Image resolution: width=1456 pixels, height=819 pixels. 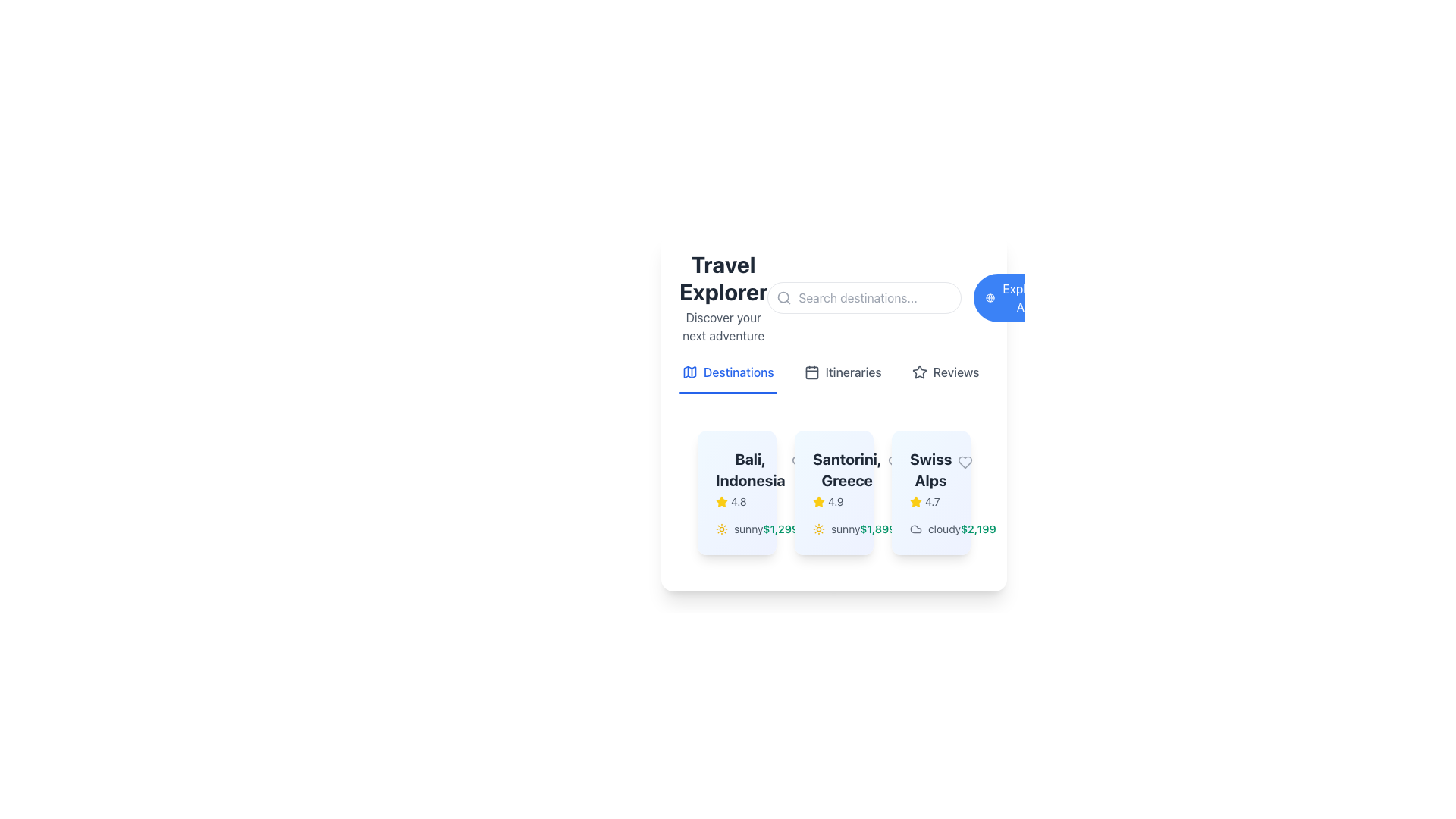 I want to click on the heart-shaped icon with a hollow center and gray outline located in the top-right corner of the 'Swiss Alps' card, so click(x=965, y=461).